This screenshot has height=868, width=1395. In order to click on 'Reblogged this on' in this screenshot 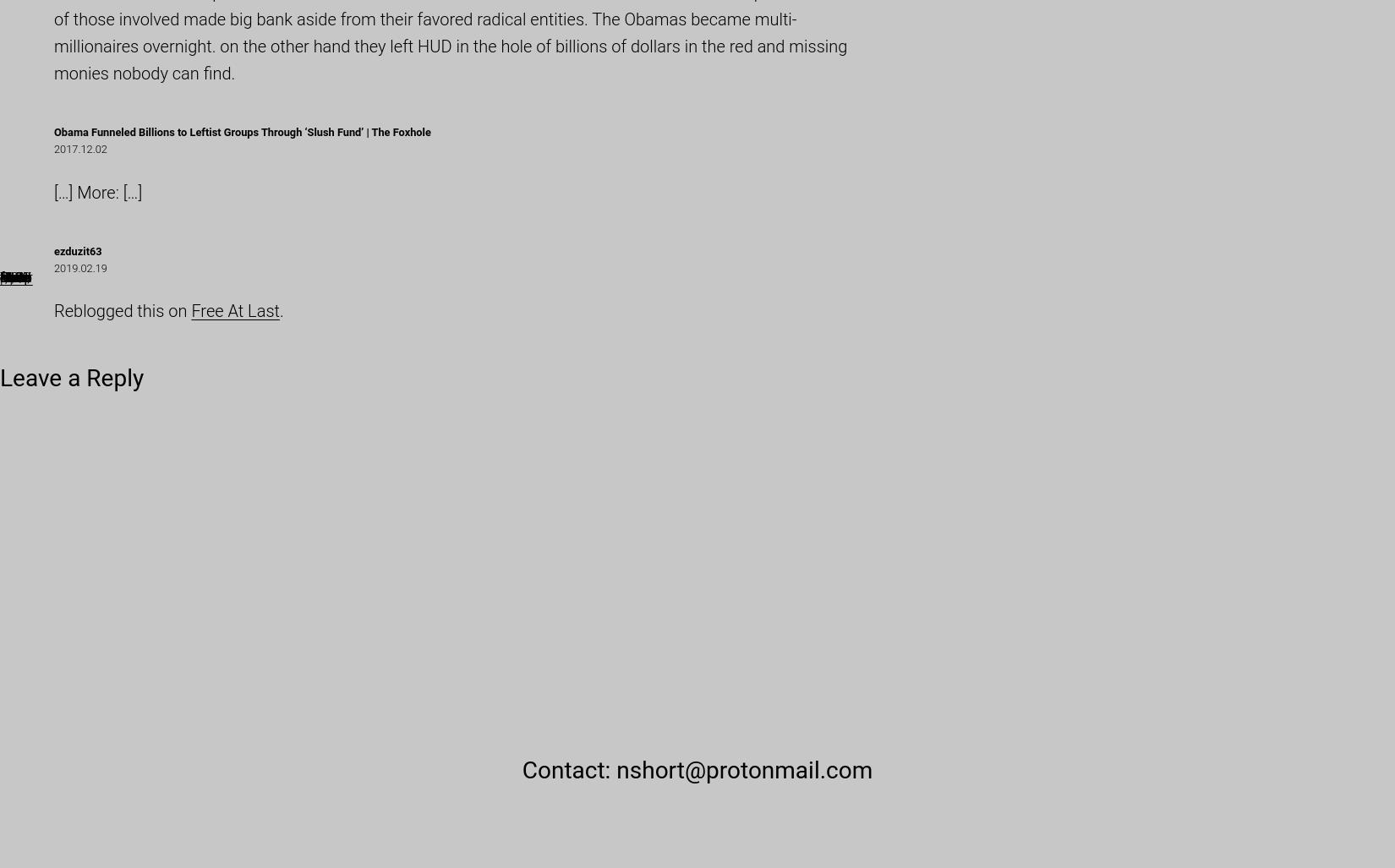, I will do `click(123, 310)`.